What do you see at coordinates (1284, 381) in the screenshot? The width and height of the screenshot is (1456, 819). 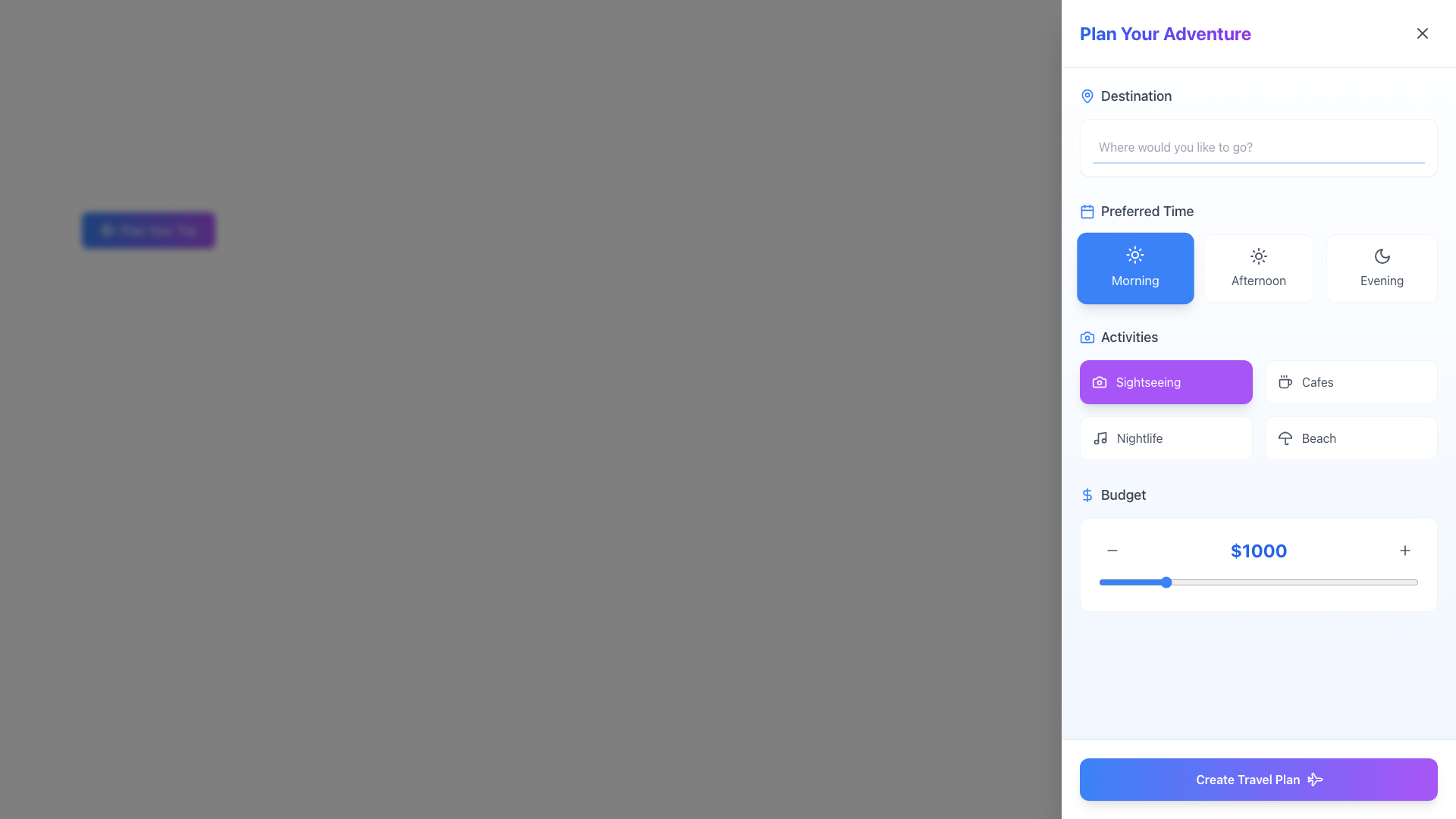 I see `the coffee cup icon, which is part of the button for selecting the 'Cafes' activity located under the 'Activities' section` at bounding box center [1284, 381].